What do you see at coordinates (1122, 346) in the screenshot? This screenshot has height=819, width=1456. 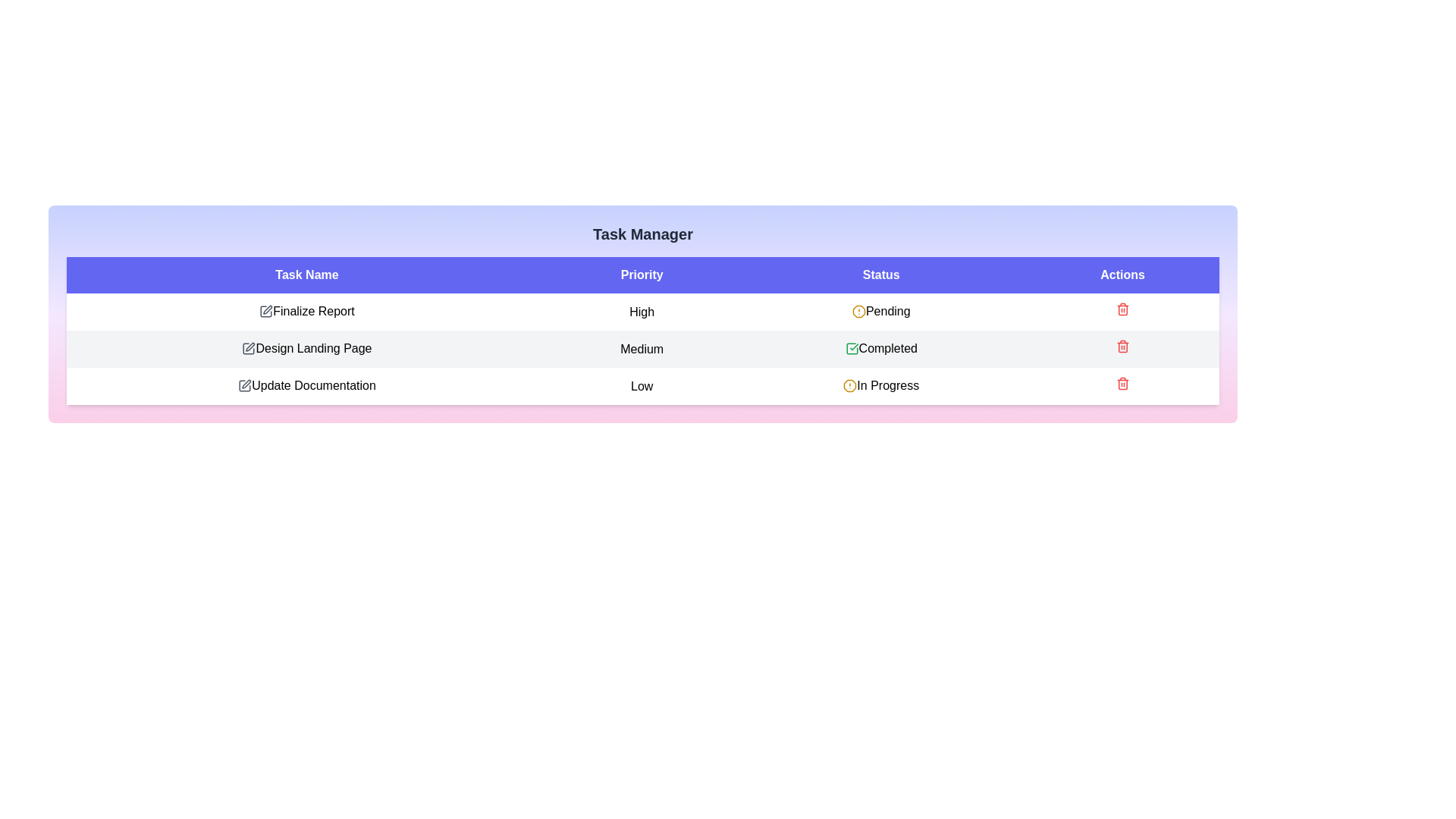 I see `the trash icon for the task with name Design Landing Page` at bounding box center [1122, 346].